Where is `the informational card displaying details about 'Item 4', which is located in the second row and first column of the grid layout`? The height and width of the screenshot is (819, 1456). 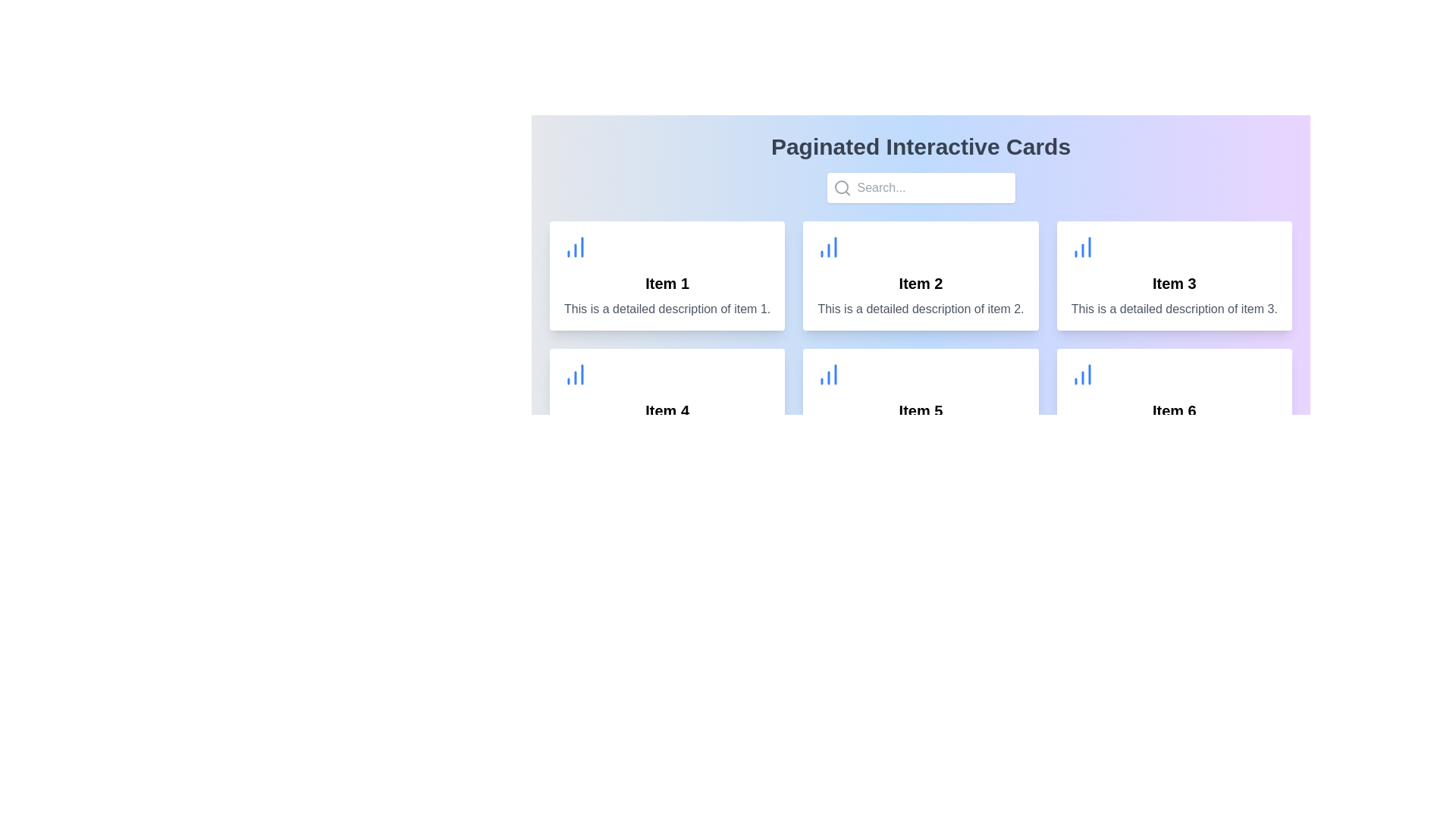 the informational card displaying details about 'Item 4', which is located in the second row and first column of the grid layout is located at coordinates (667, 403).